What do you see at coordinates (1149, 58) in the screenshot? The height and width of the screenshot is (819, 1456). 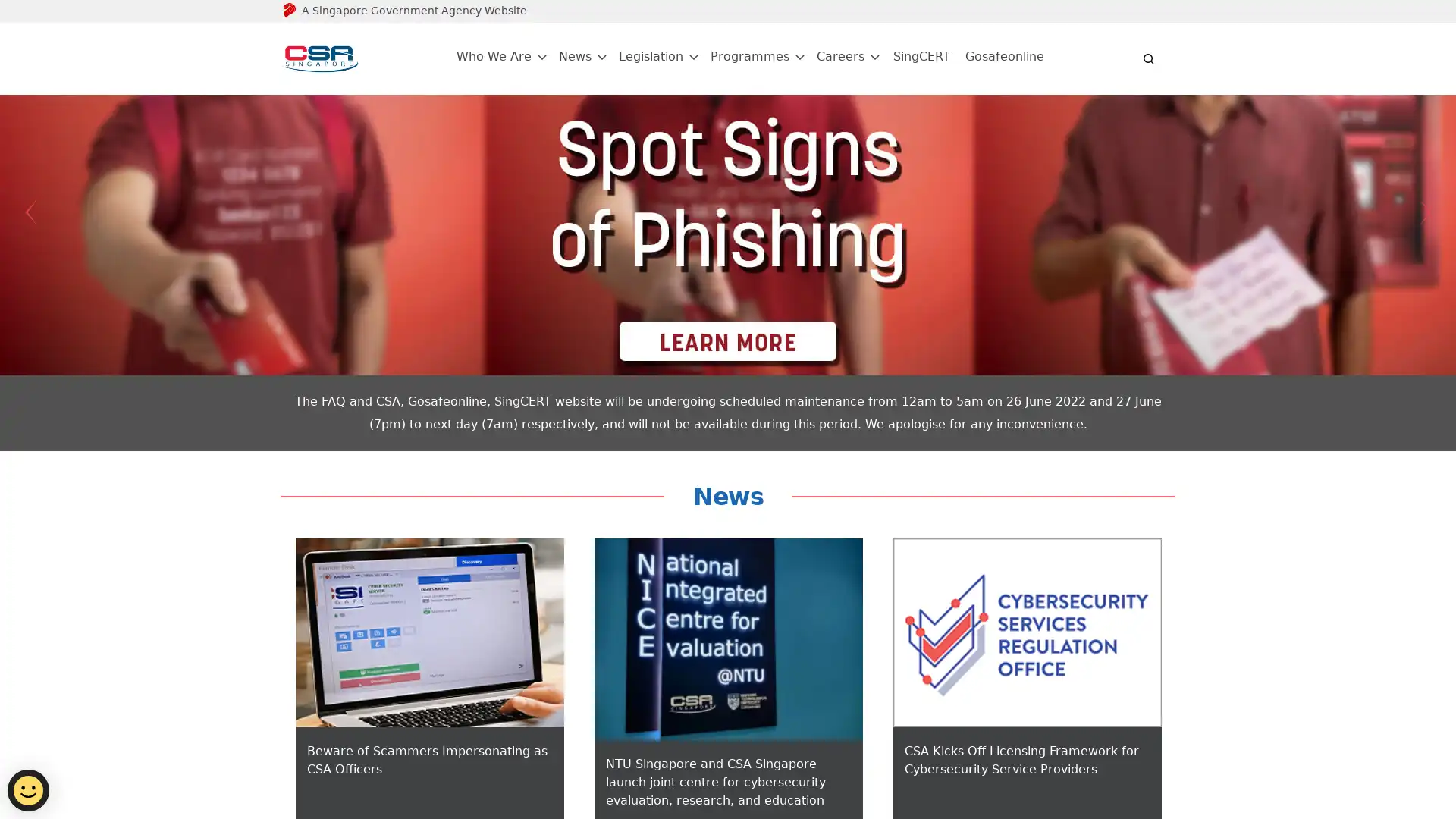 I see `search` at bounding box center [1149, 58].